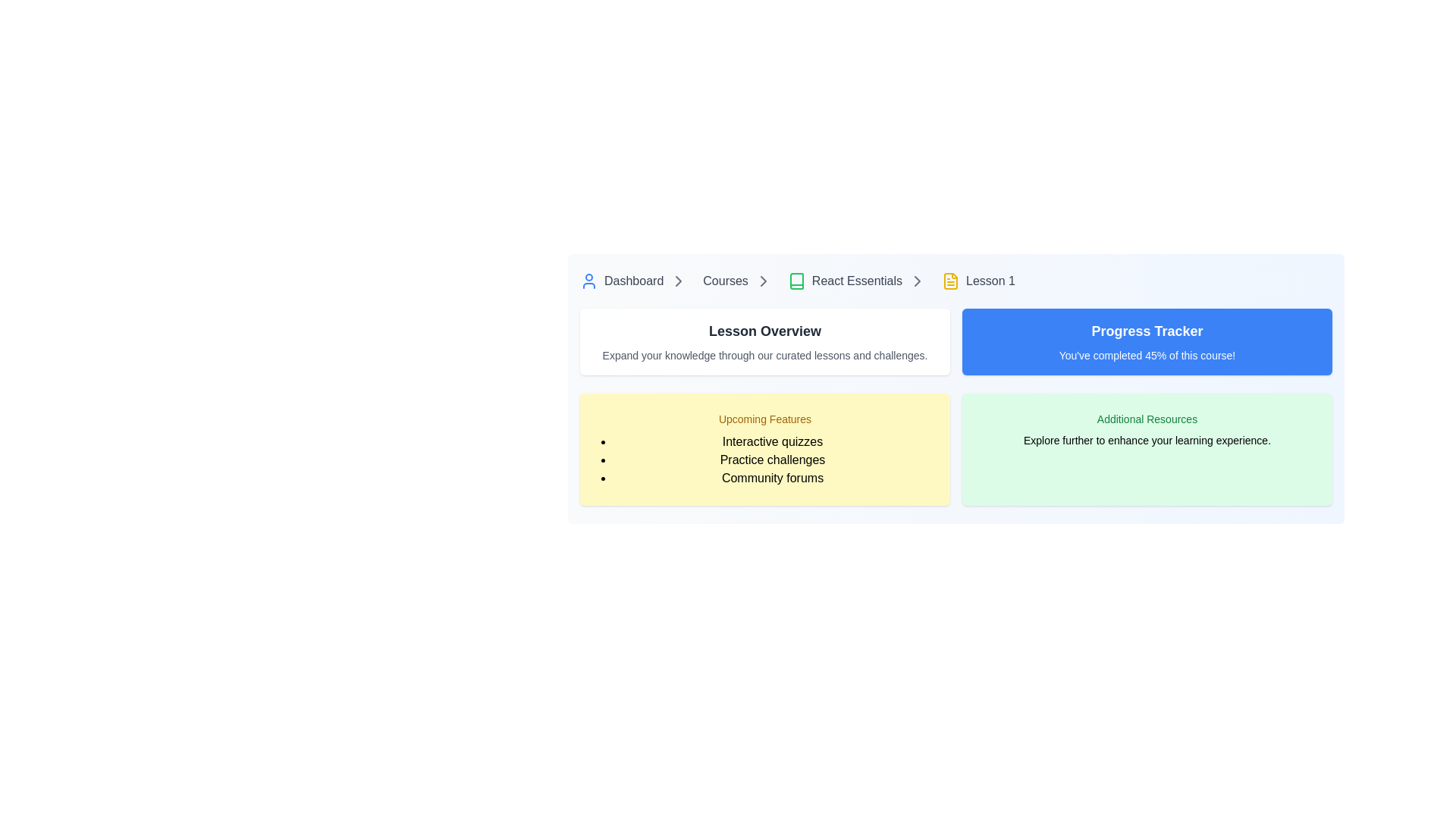 The height and width of the screenshot is (819, 1456). I want to click on the 'Courses' hyperlink element in the breadcrumb navigation bar, so click(725, 281).